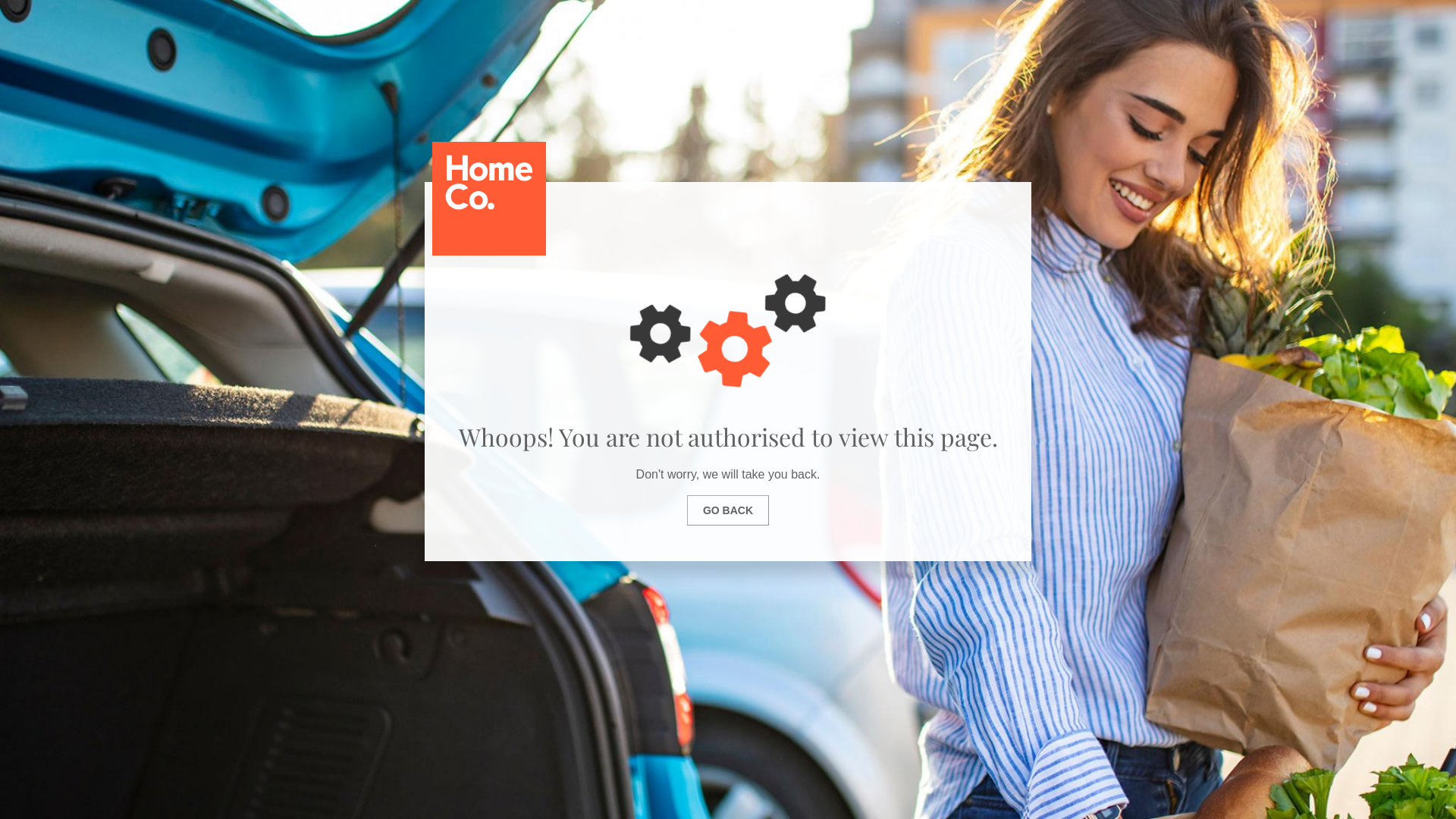  What do you see at coordinates (728, 510) in the screenshot?
I see `'GO BACK'` at bounding box center [728, 510].